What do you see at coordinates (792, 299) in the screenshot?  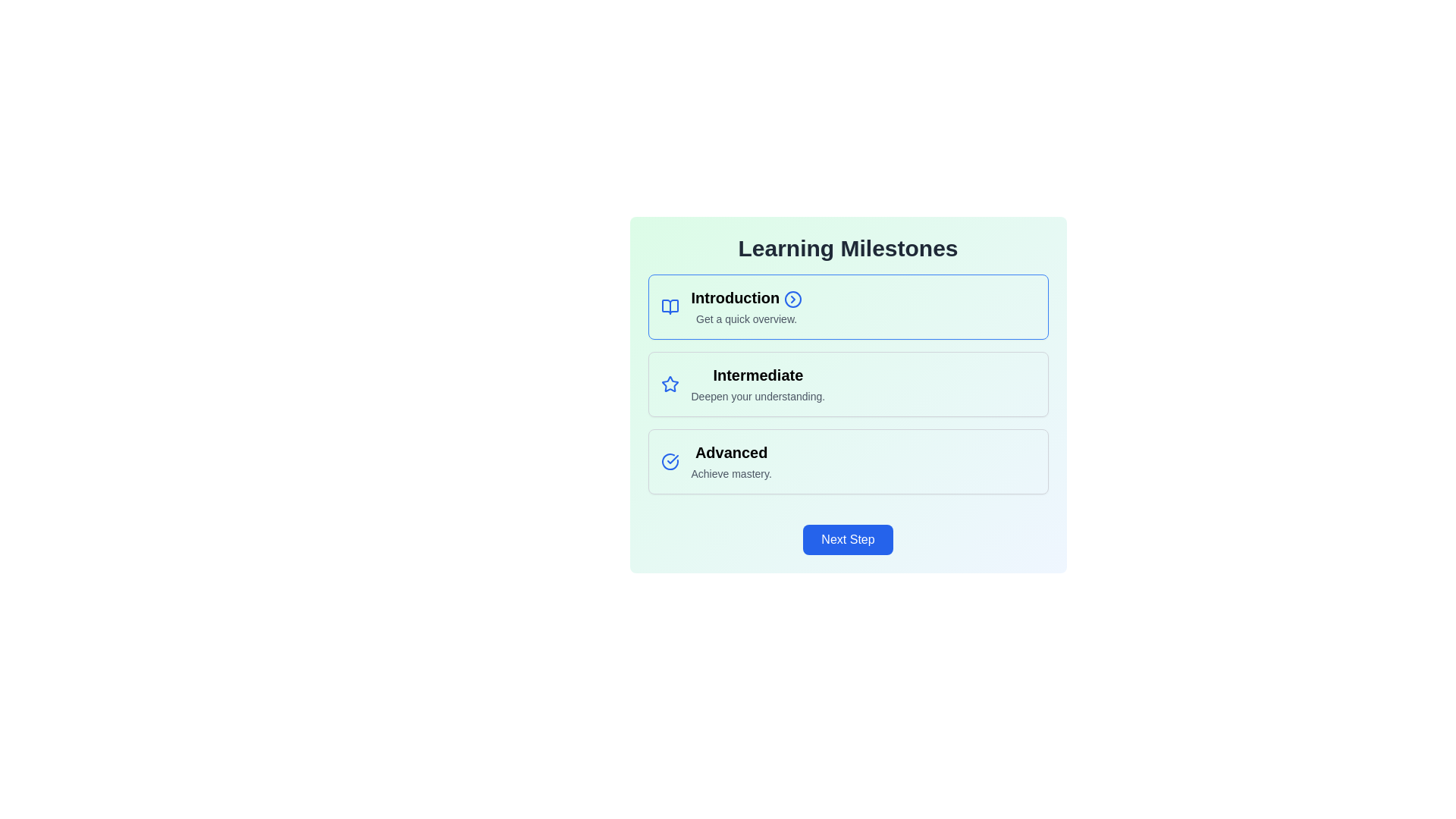 I see `the SVG Circle element that is part of the right-chevron icon, located to the right of the text 'Introduction' in the first box of the vertical list of learning milestones` at bounding box center [792, 299].